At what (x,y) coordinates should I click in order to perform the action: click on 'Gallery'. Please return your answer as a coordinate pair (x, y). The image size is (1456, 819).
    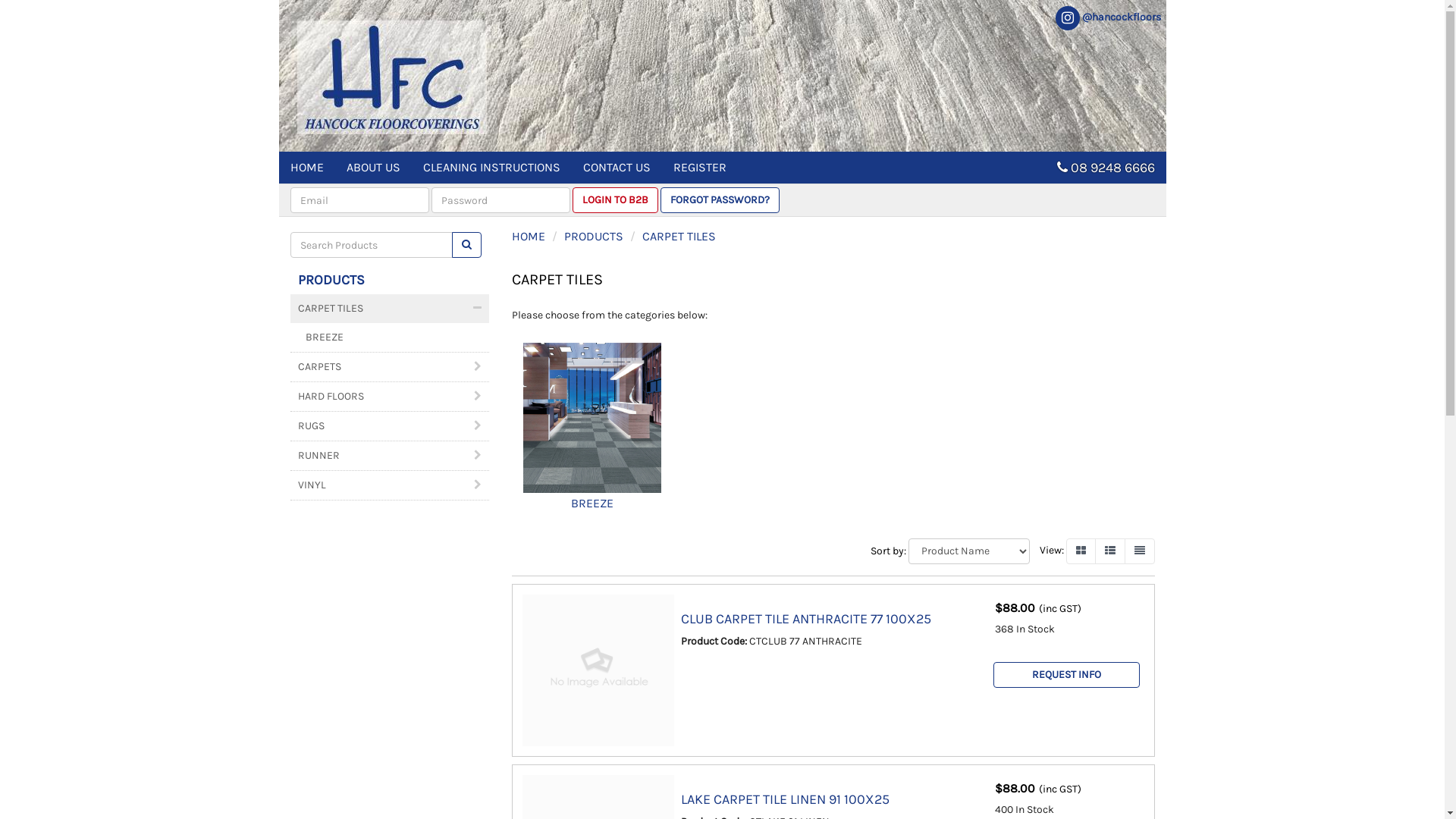
    Looking at the image, I should click on (1065, 551).